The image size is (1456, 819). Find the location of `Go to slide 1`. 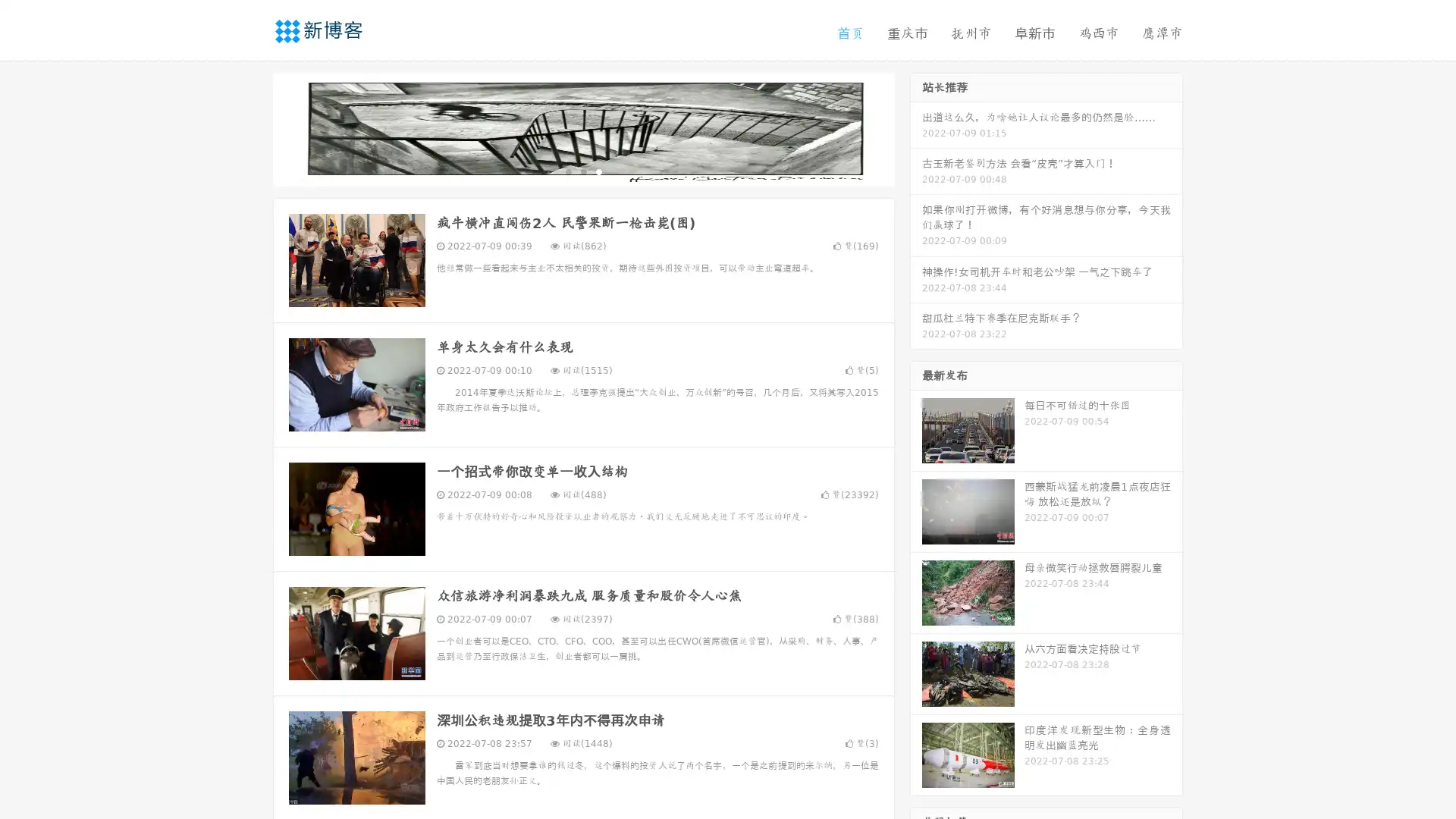

Go to slide 1 is located at coordinates (567, 171).